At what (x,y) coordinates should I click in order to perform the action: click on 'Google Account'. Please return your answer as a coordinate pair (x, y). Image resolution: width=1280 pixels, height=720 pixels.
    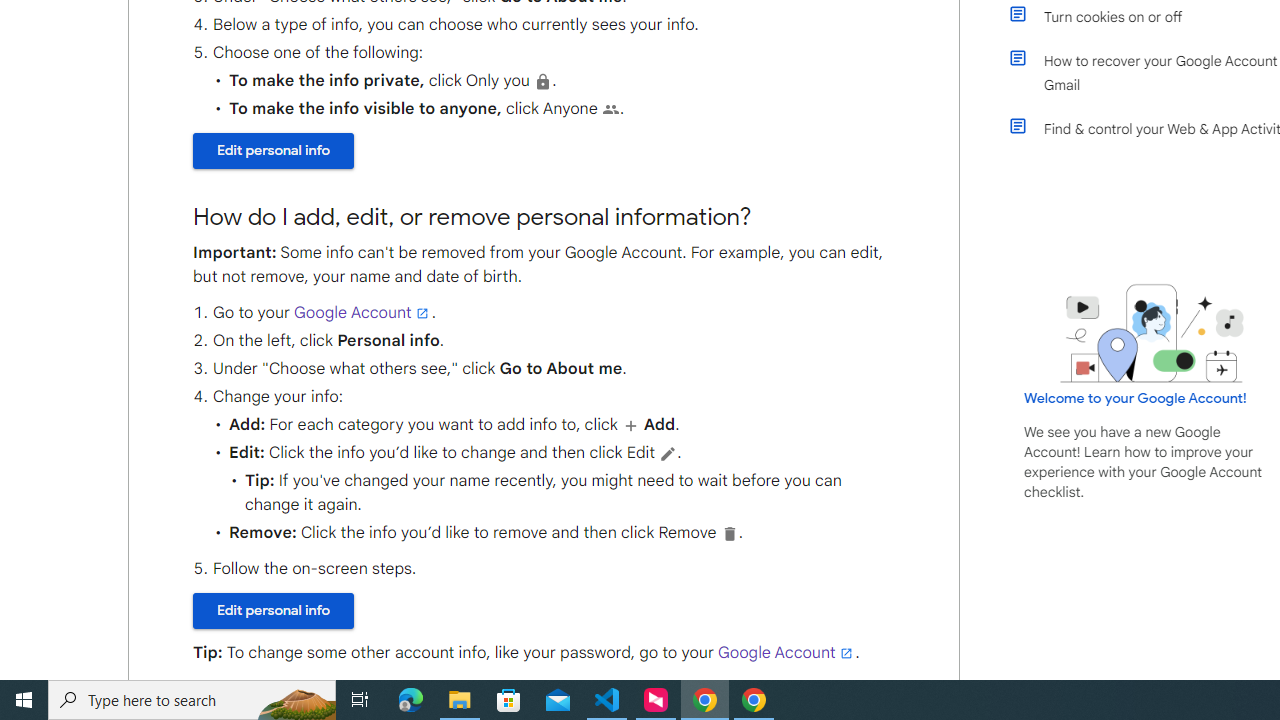
    Looking at the image, I should click on (785, 653).